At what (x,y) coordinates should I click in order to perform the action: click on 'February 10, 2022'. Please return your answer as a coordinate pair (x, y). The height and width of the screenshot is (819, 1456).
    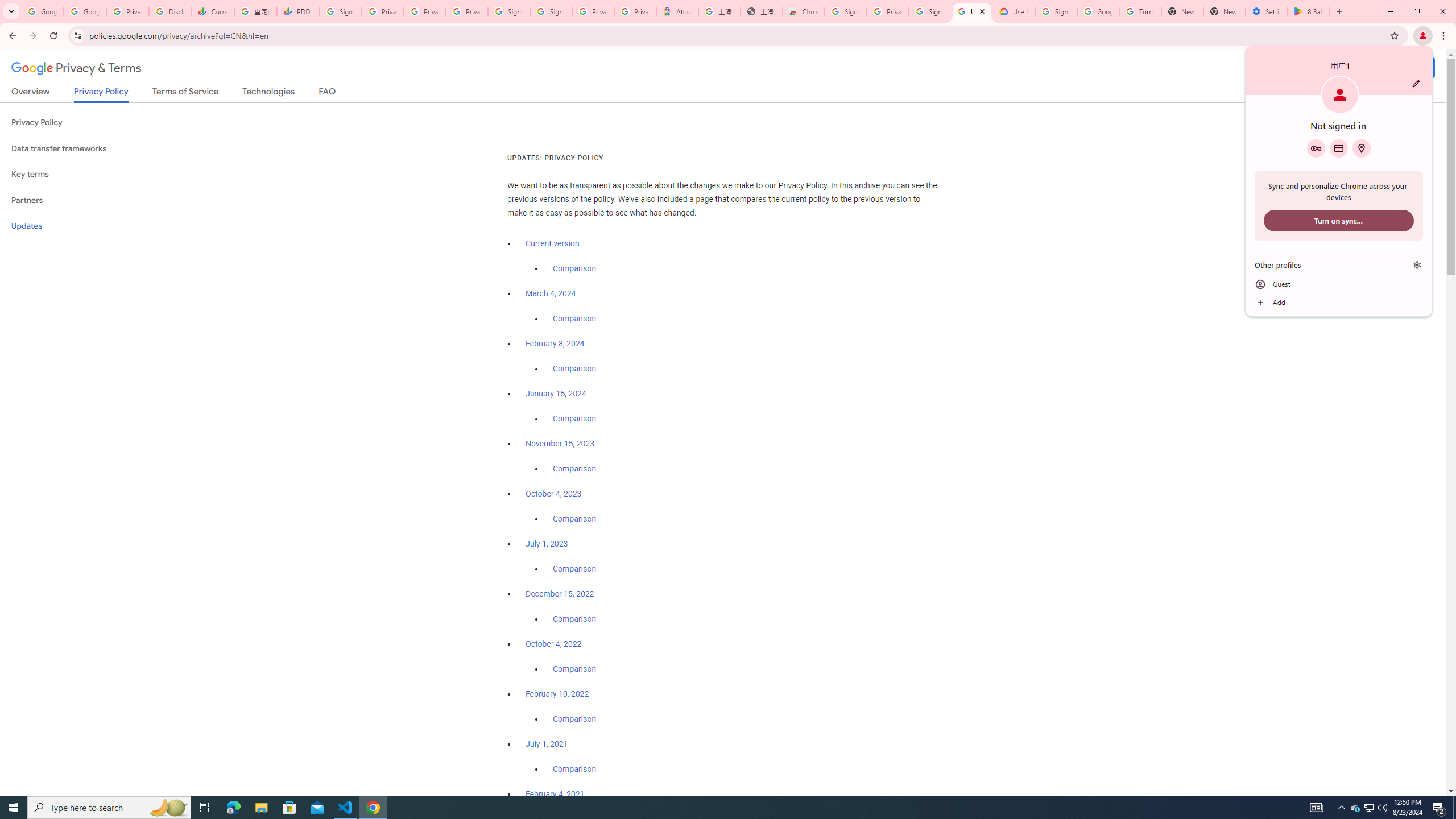
    Looking at the image, I should click on (557, 693).